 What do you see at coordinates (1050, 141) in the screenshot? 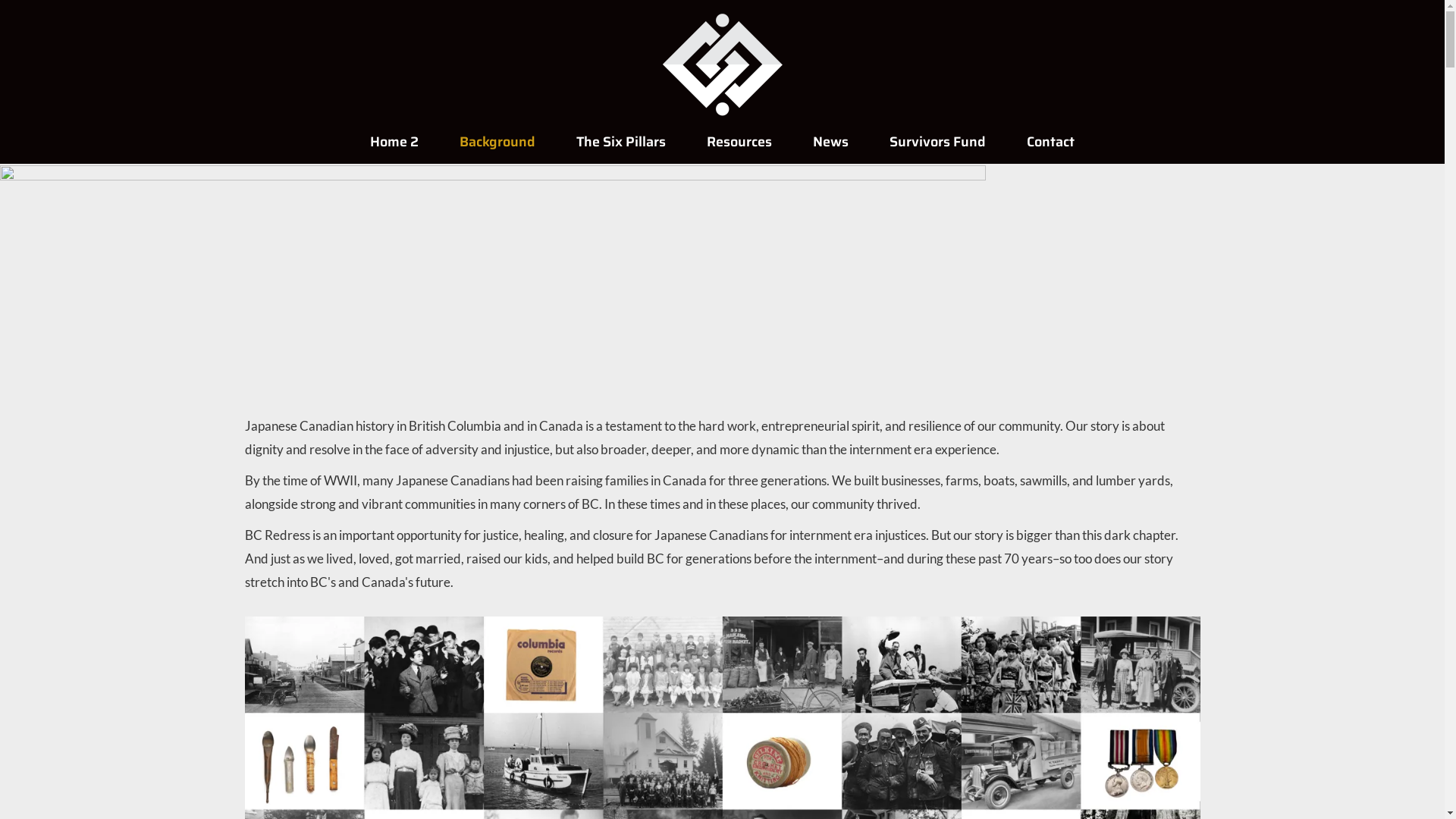
I see `'Contact'` at bounding box center [1050, 141].